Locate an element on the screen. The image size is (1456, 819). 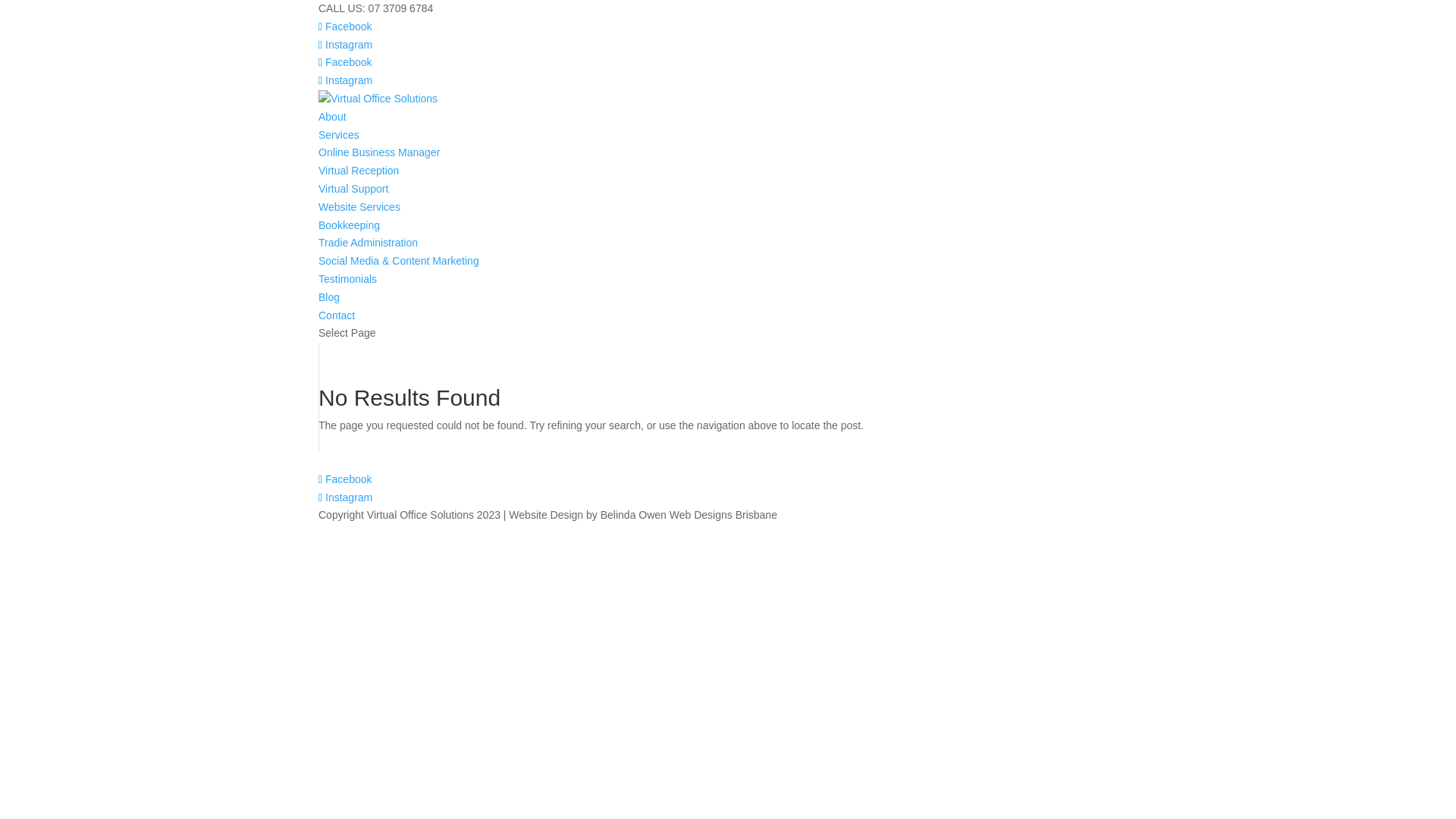
'Facebook' is located at coordinates (344, 61).